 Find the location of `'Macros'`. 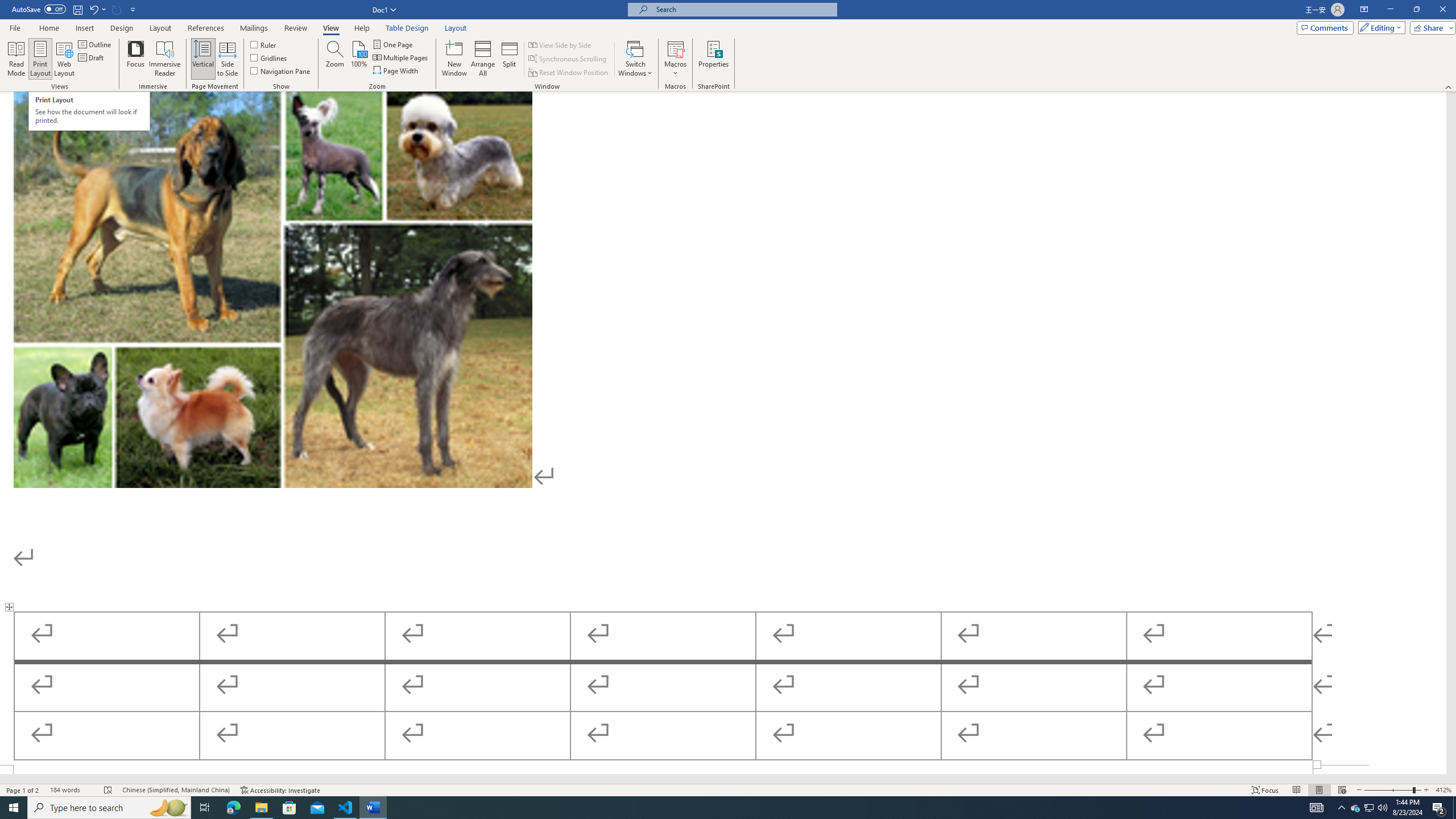

'Macros' is located at coordinates (675, 59).